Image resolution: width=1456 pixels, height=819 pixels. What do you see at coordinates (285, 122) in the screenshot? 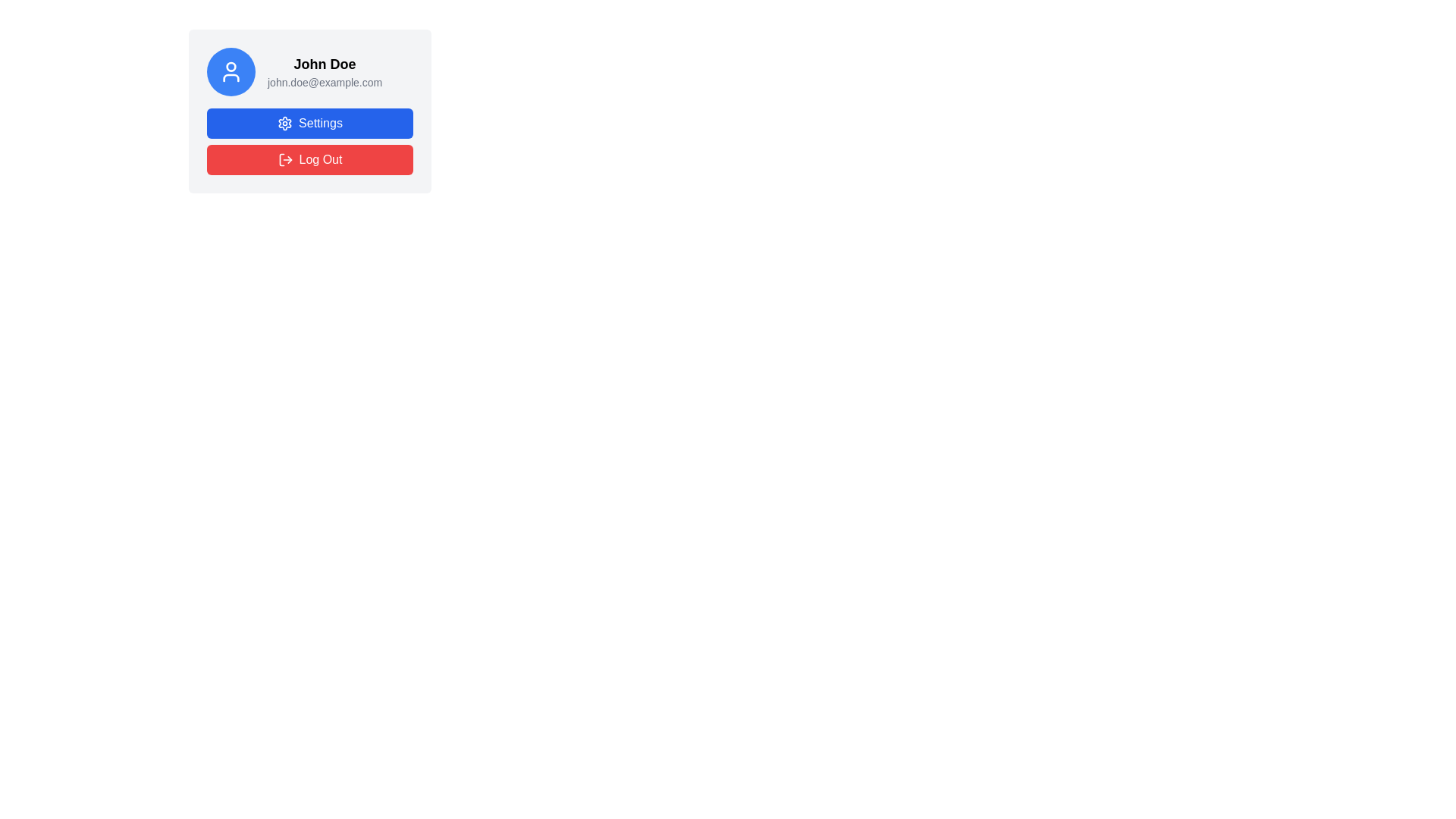
I see `the cog-like settings icon, which is visually blue and located between the 'Settings' button and the 'Log Out' button` at bounding box center [285, 122].